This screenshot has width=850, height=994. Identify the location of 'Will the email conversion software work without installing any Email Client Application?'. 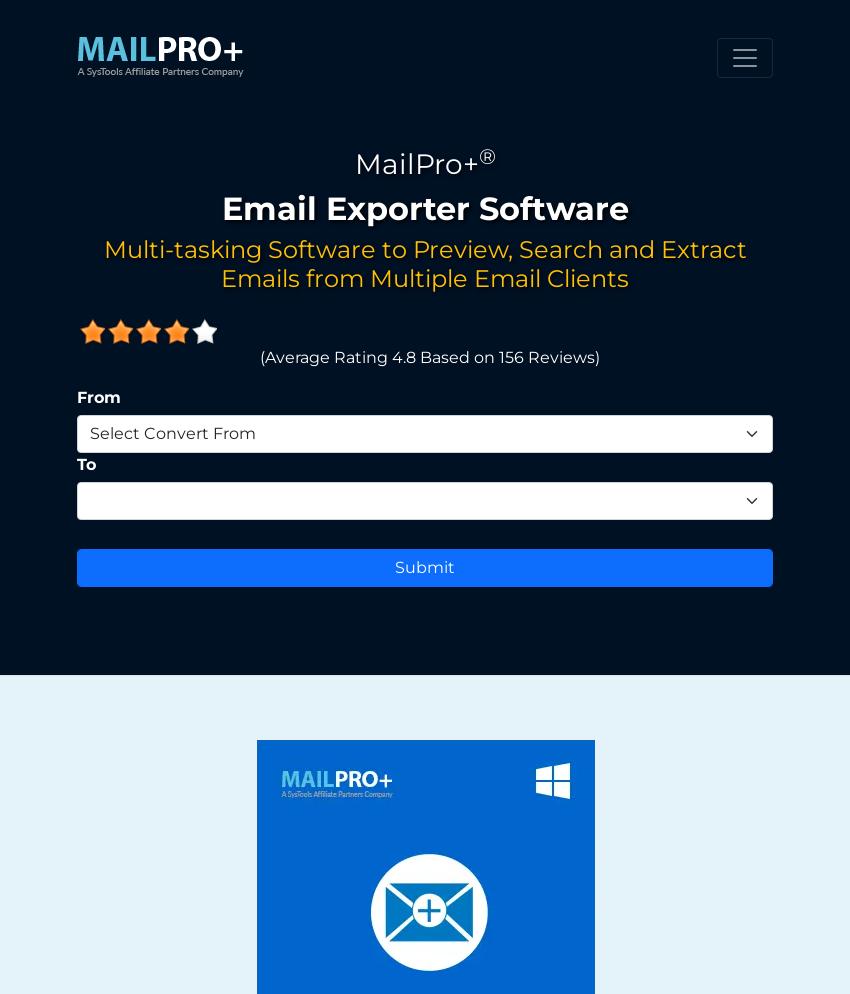
(391, 267).